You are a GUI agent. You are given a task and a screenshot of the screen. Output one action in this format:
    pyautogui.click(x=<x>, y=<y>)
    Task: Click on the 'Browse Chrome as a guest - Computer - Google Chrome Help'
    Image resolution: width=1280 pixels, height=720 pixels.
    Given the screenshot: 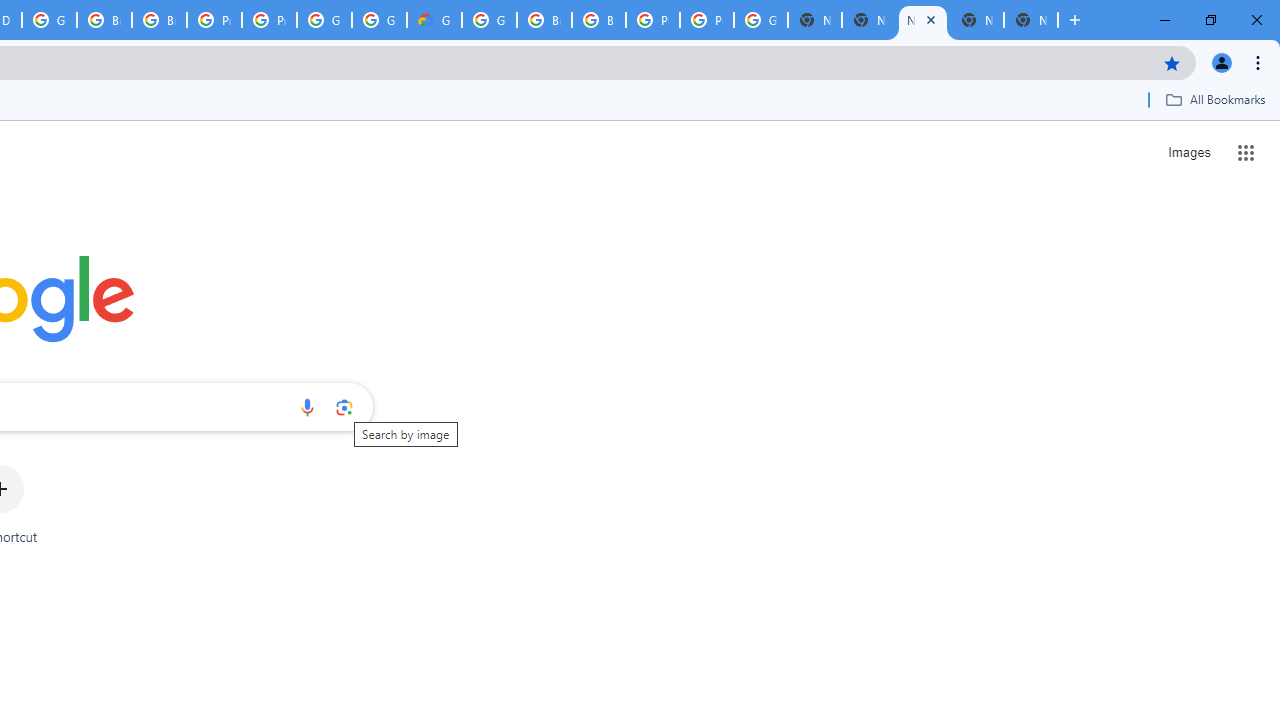 What is the action you would take?
    pyautogui.click(x=544, y=20)
    